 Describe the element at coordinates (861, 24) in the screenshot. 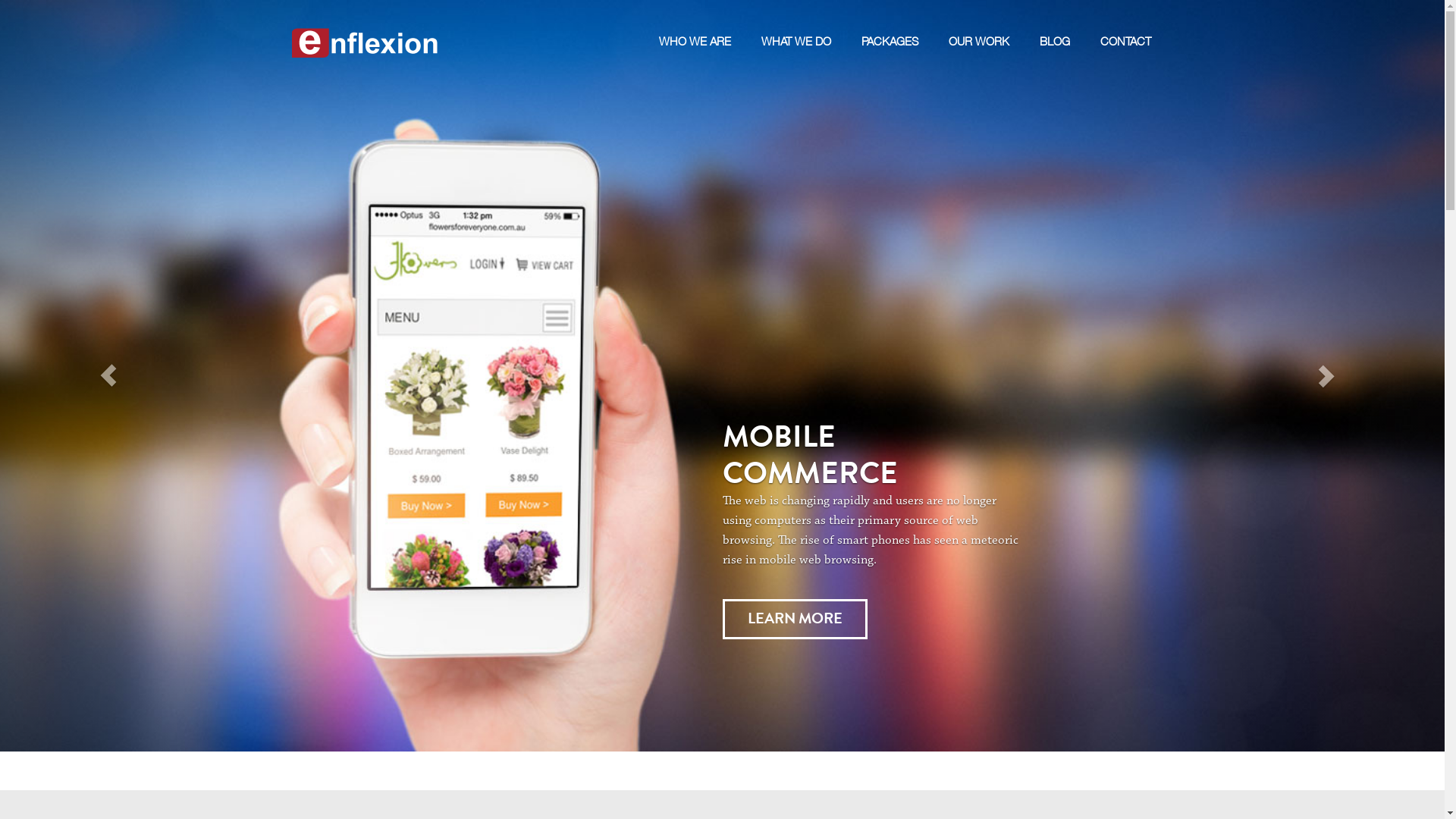

I see `'PACKAGES'` at that location.